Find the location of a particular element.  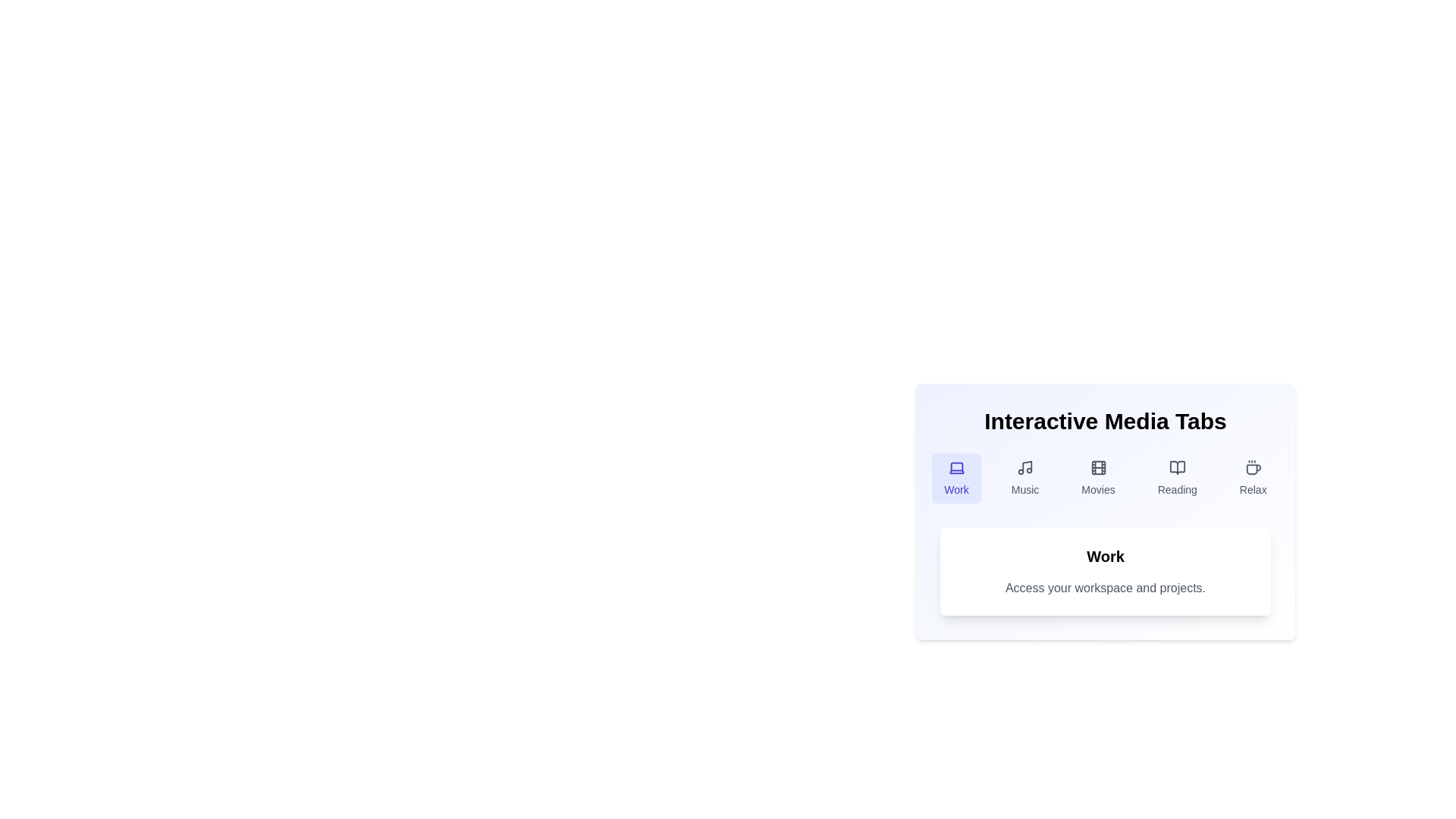

the tab labeled Work by clicking on it is located at coordinates (955, 479).